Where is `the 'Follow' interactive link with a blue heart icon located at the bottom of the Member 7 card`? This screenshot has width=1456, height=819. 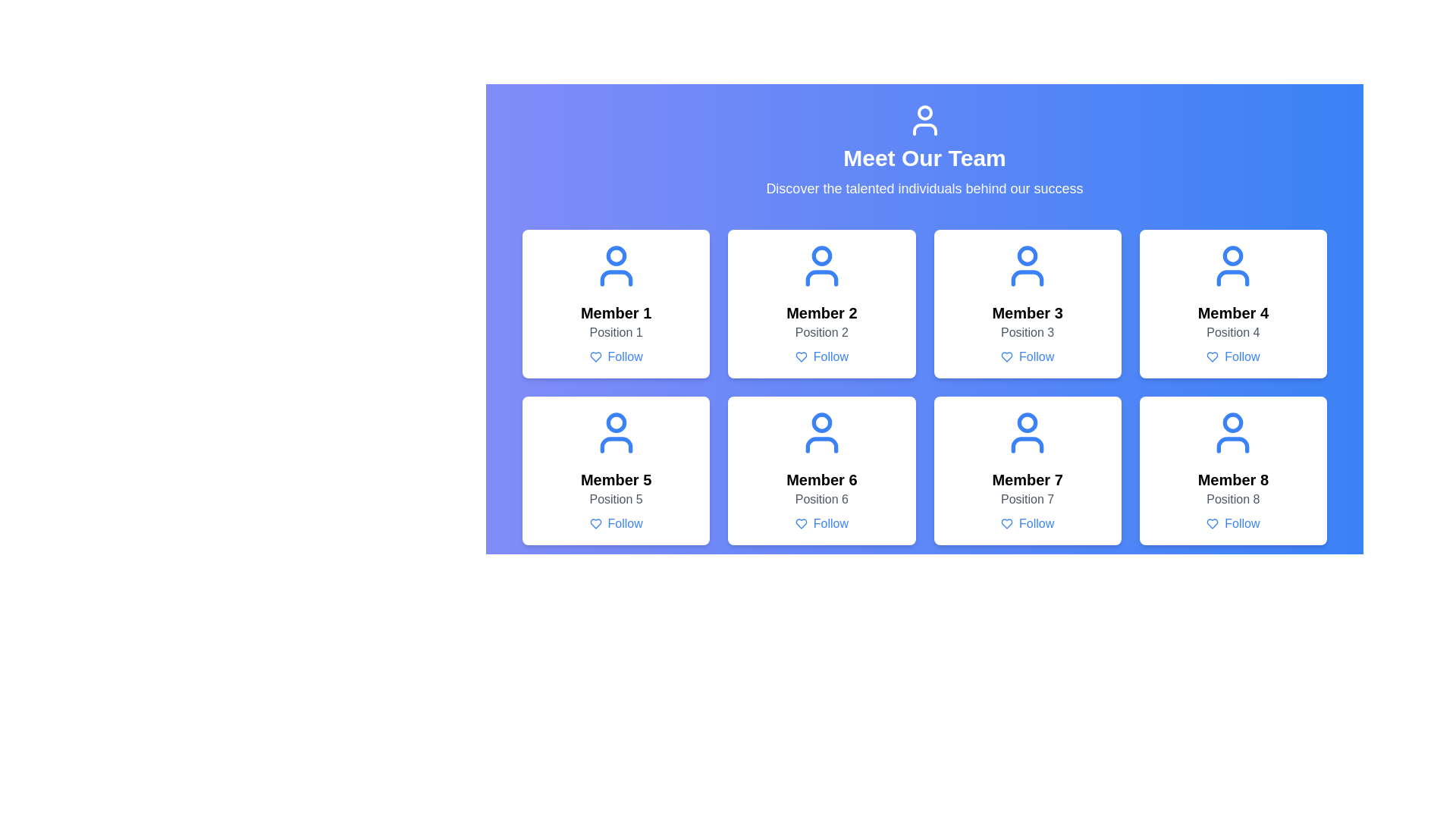
the 'Follow' interactive link with a blue heart icon located at the bottom of the Member 7 card is located at coordinates (1028, 522).